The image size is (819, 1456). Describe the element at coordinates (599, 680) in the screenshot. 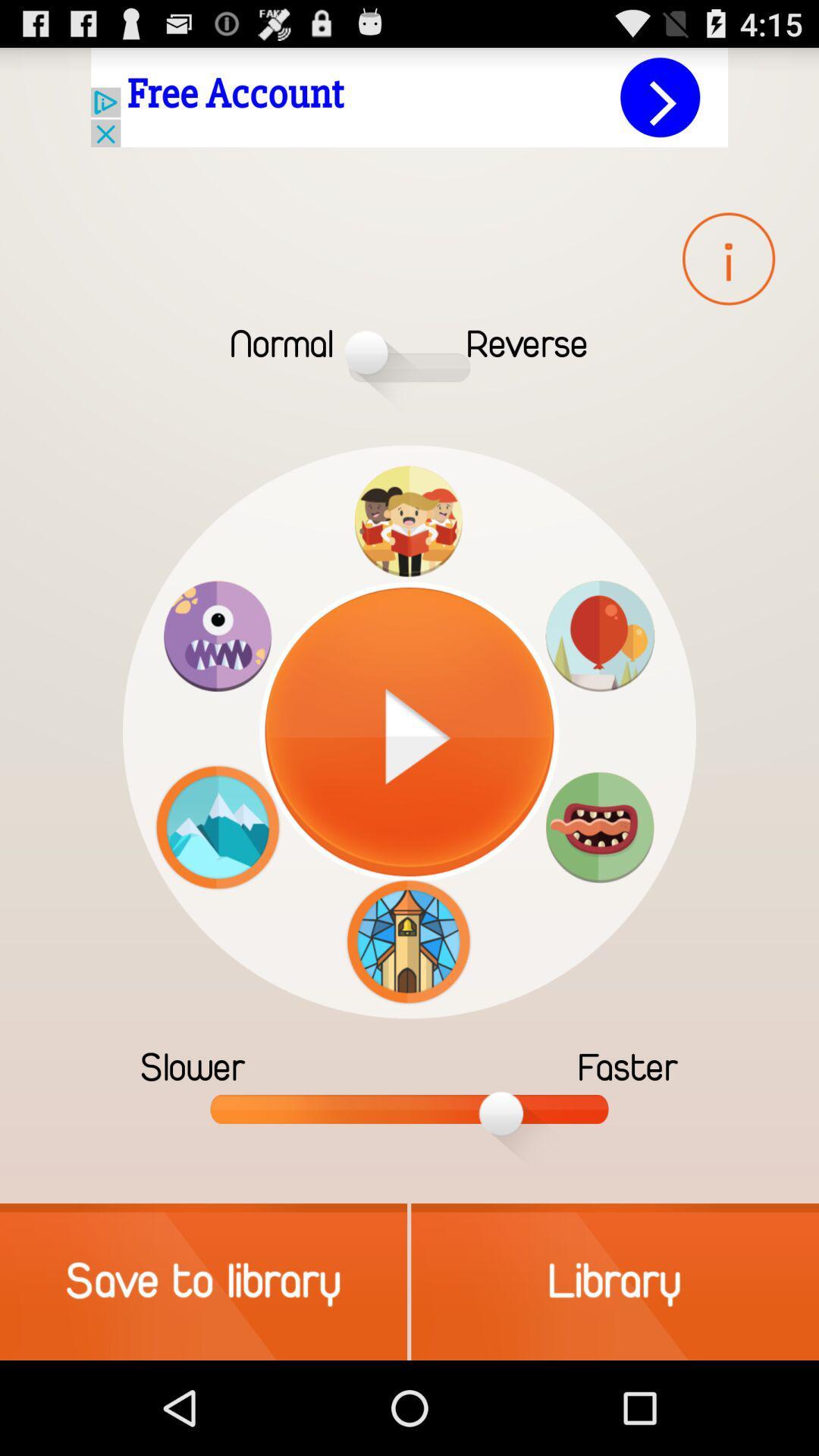

I see `the location icon` at that location.